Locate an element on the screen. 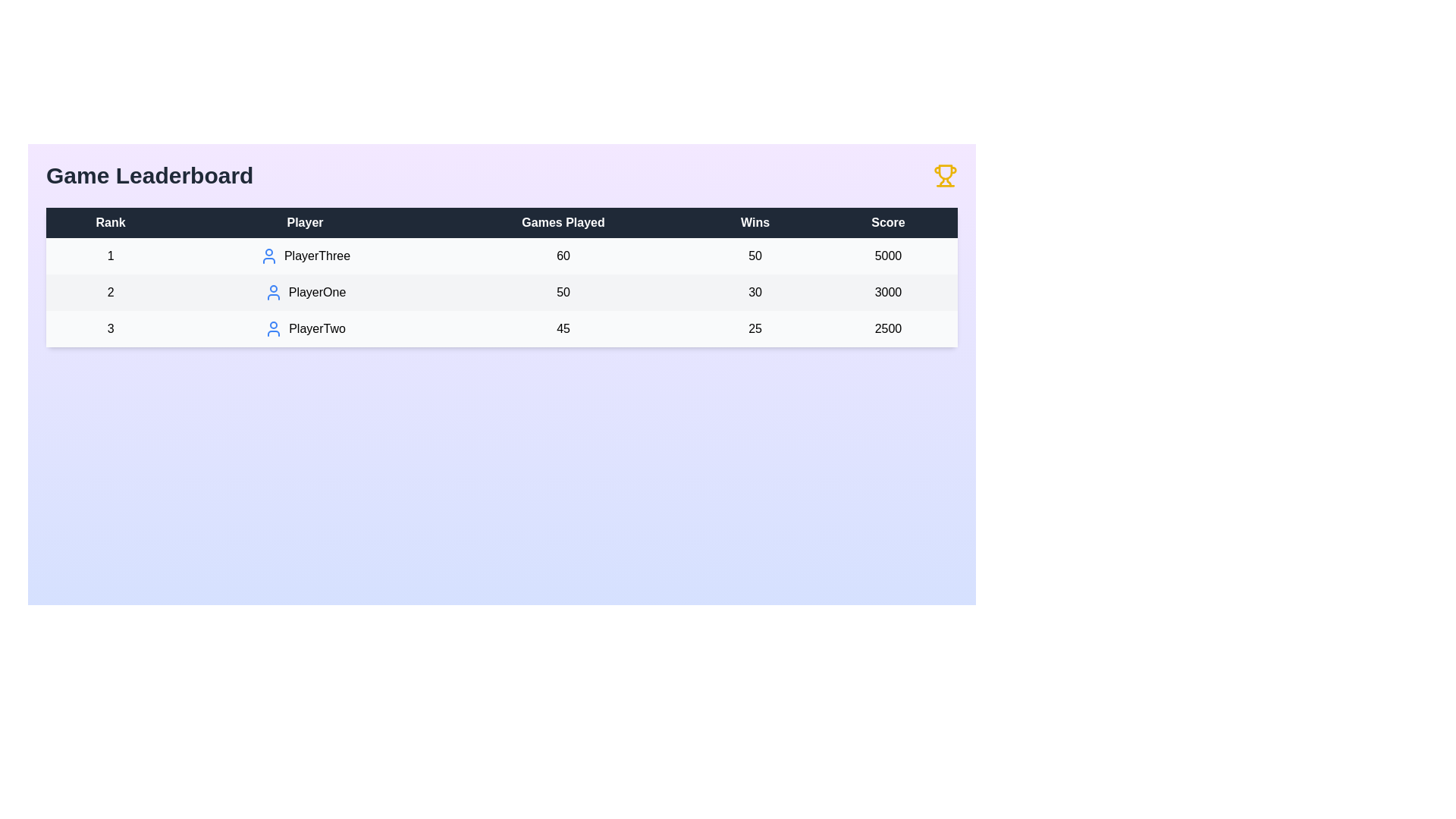 The image size is (1456, 819). the third row of the leaderboard table displaying statistics for 'PlayerTwo', which includes their rank, games played, wins, and score is located at coordinates (502, 328).